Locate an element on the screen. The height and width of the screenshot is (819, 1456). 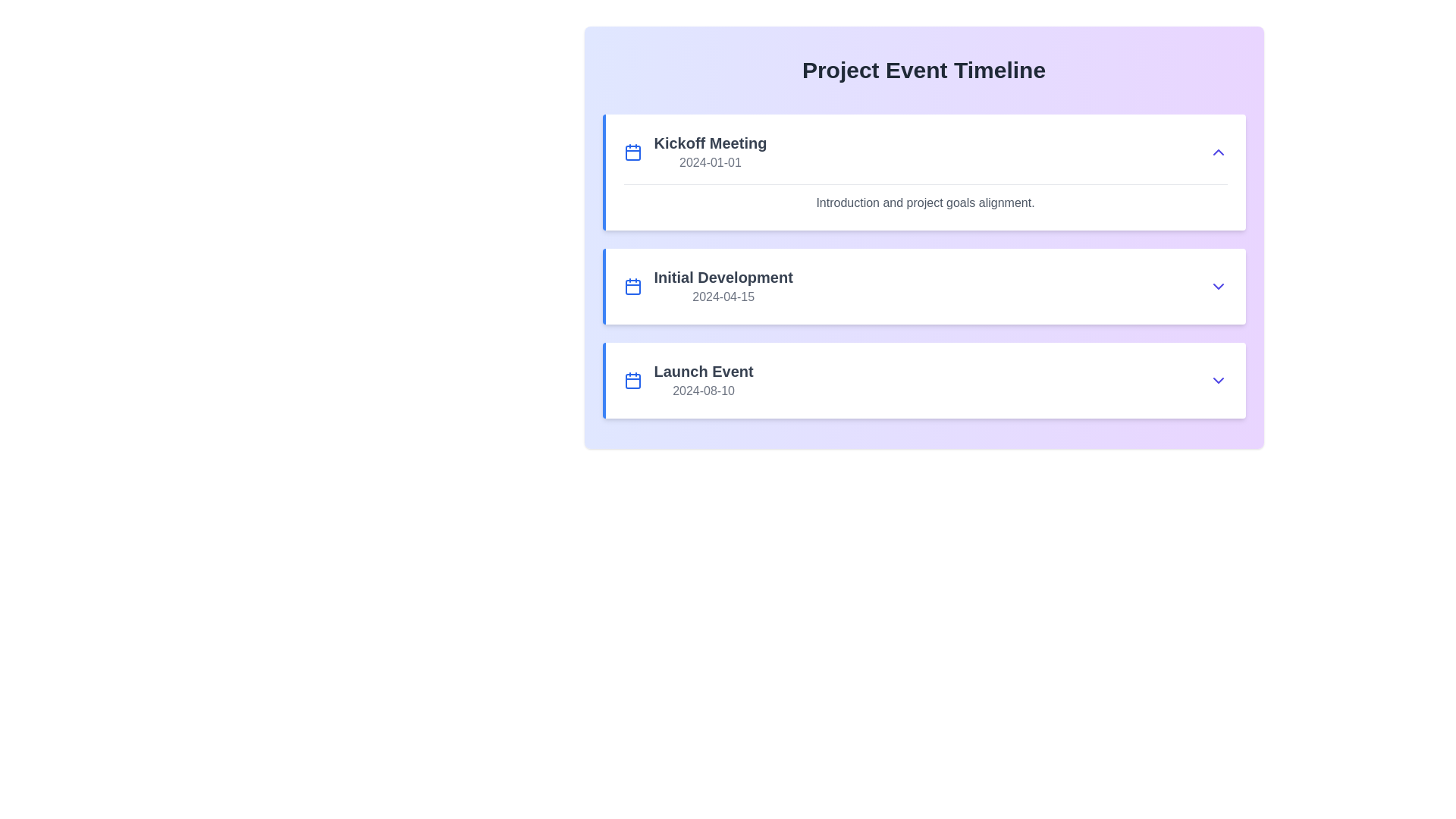
the text element displaying the date '2024-04-15', which is styled in gray font and located below the text 'Initial Development' within the timeline event card labeled 'Initial Development 2024-04-15' is located at coordinates (723, 297).